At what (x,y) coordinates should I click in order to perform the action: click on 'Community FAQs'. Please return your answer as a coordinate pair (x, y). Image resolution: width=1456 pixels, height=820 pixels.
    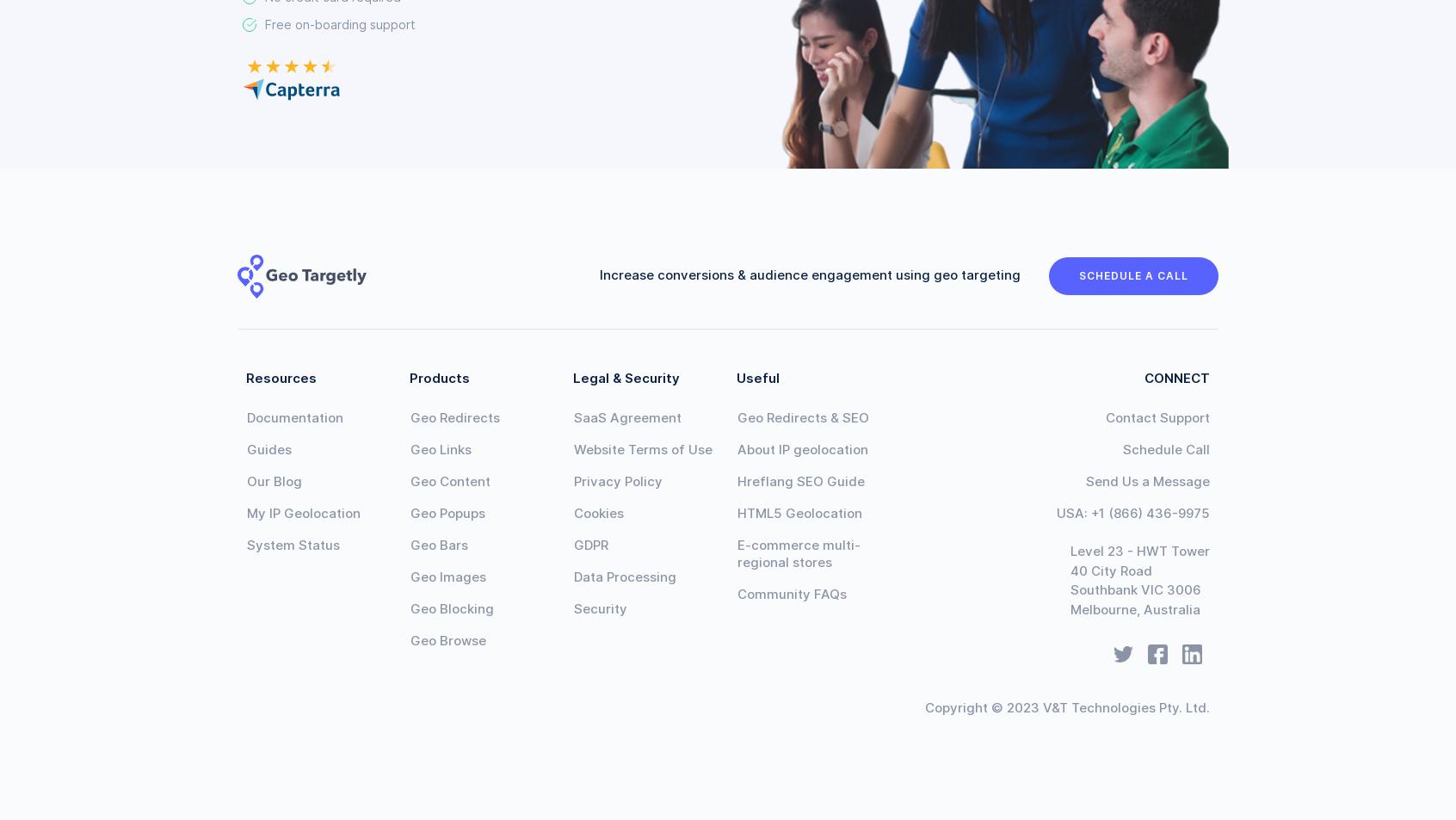
    Looking at the image, I should click on (736, 594).